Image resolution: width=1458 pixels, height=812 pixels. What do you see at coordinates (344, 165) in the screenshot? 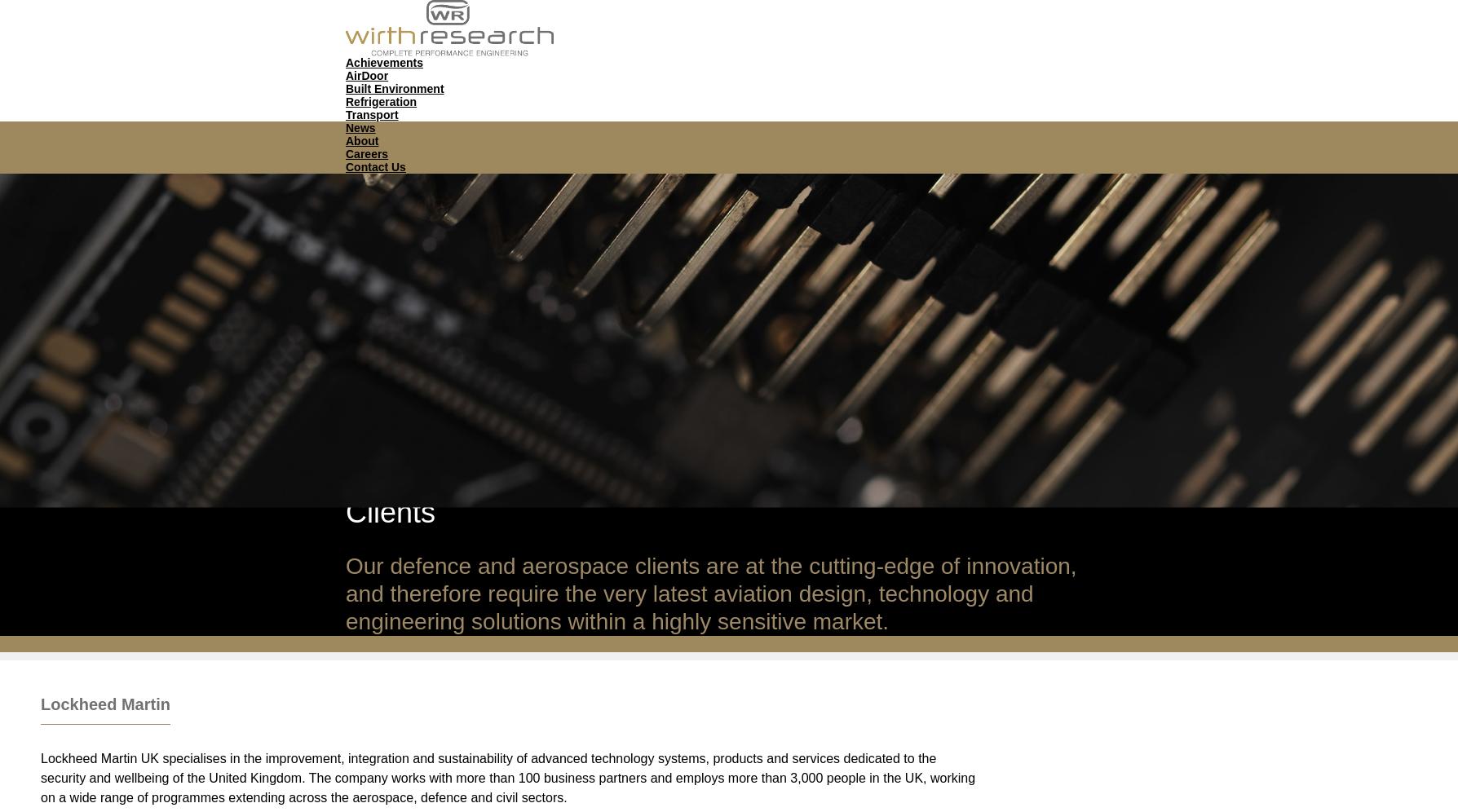
I see `'Contact Us'` at bounding box center [344, 165].